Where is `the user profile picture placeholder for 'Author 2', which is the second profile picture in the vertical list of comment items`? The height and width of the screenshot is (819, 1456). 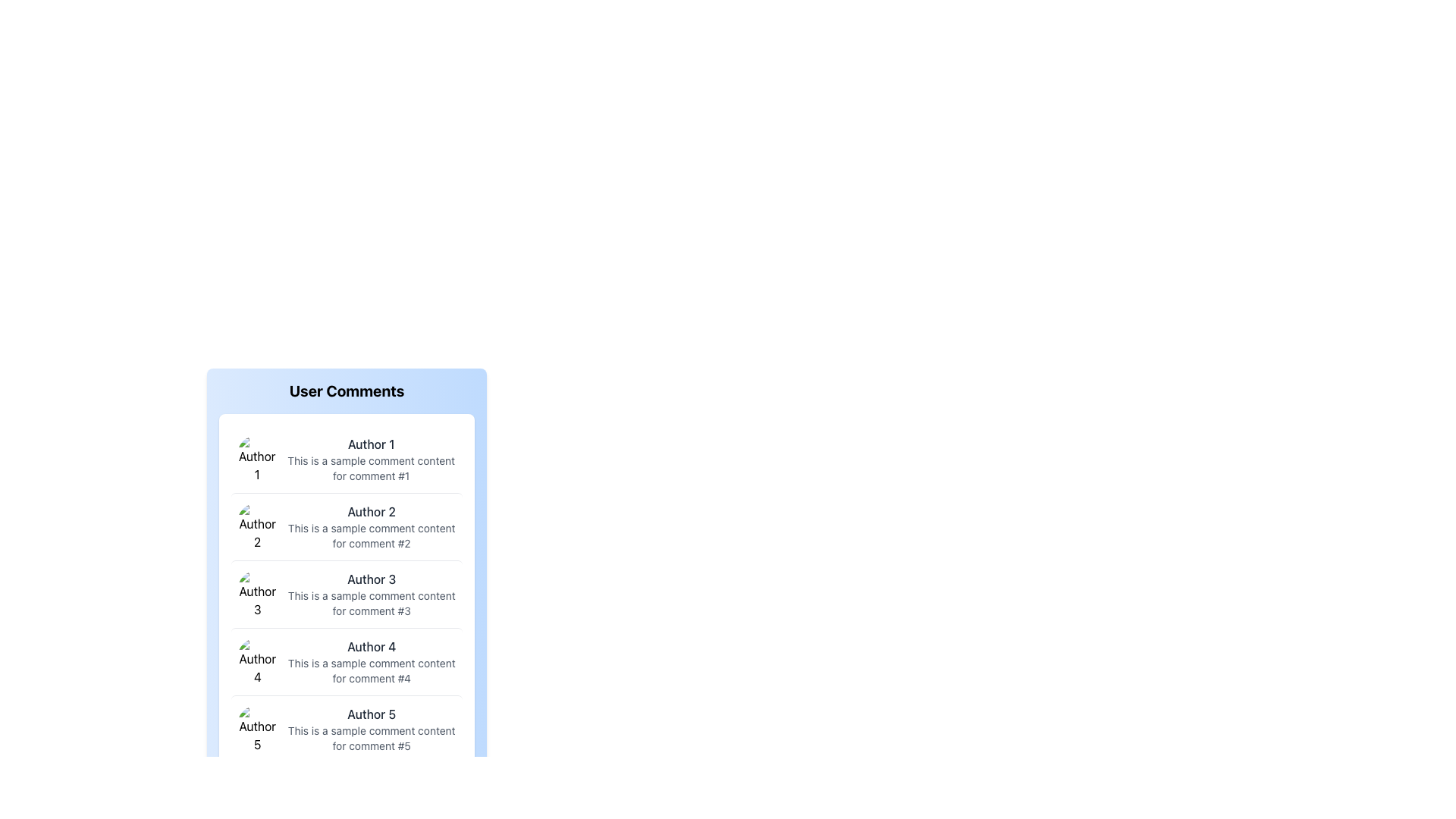 the user profile picture placeholder for 'Author 2', which is the second profile picture in the vertical list of comment items is located at coordinates (257, 526).